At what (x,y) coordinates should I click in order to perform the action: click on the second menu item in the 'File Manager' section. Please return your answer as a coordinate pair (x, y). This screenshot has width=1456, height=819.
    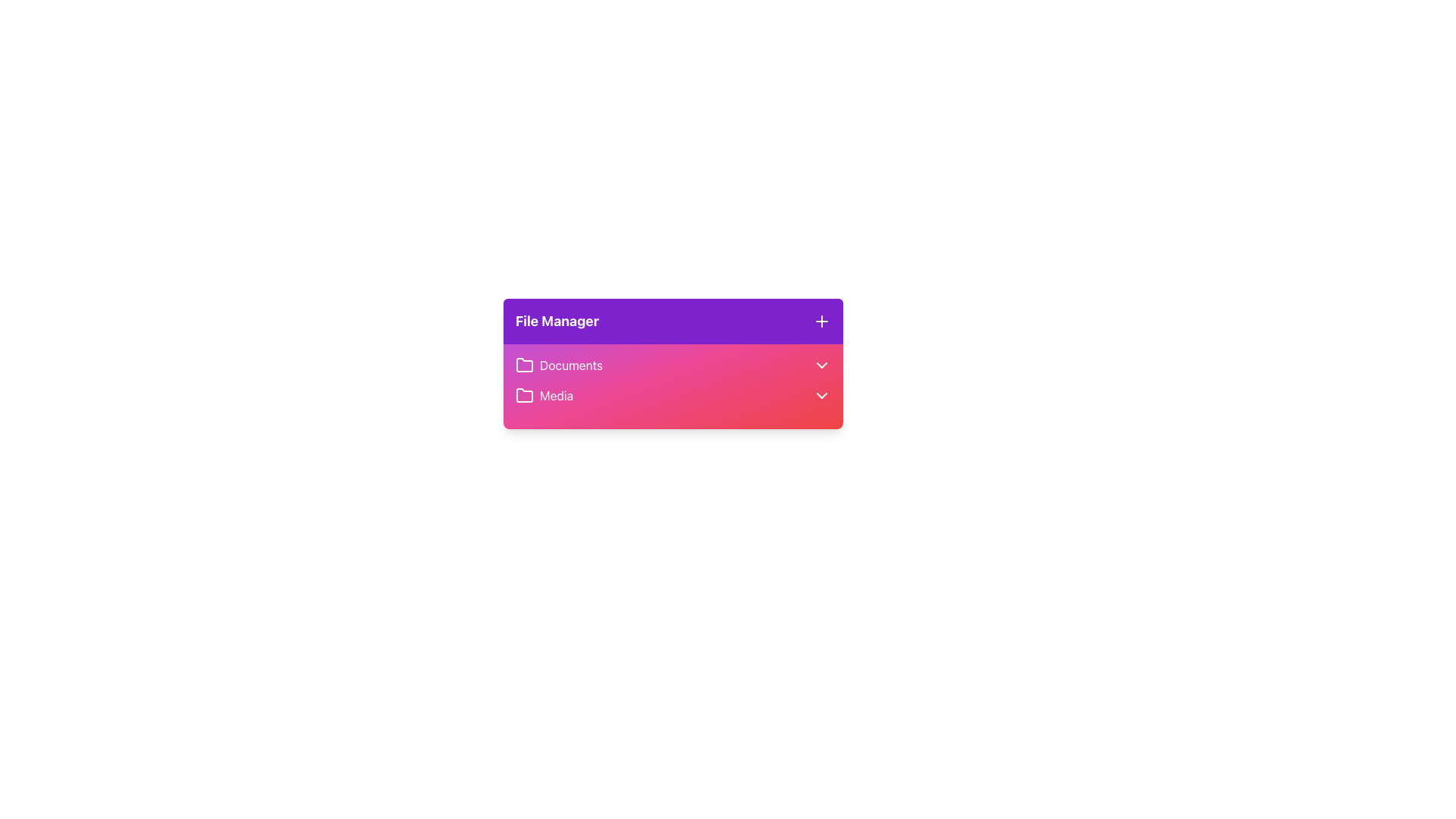
    Looking at the image, I should click on (673, 394).